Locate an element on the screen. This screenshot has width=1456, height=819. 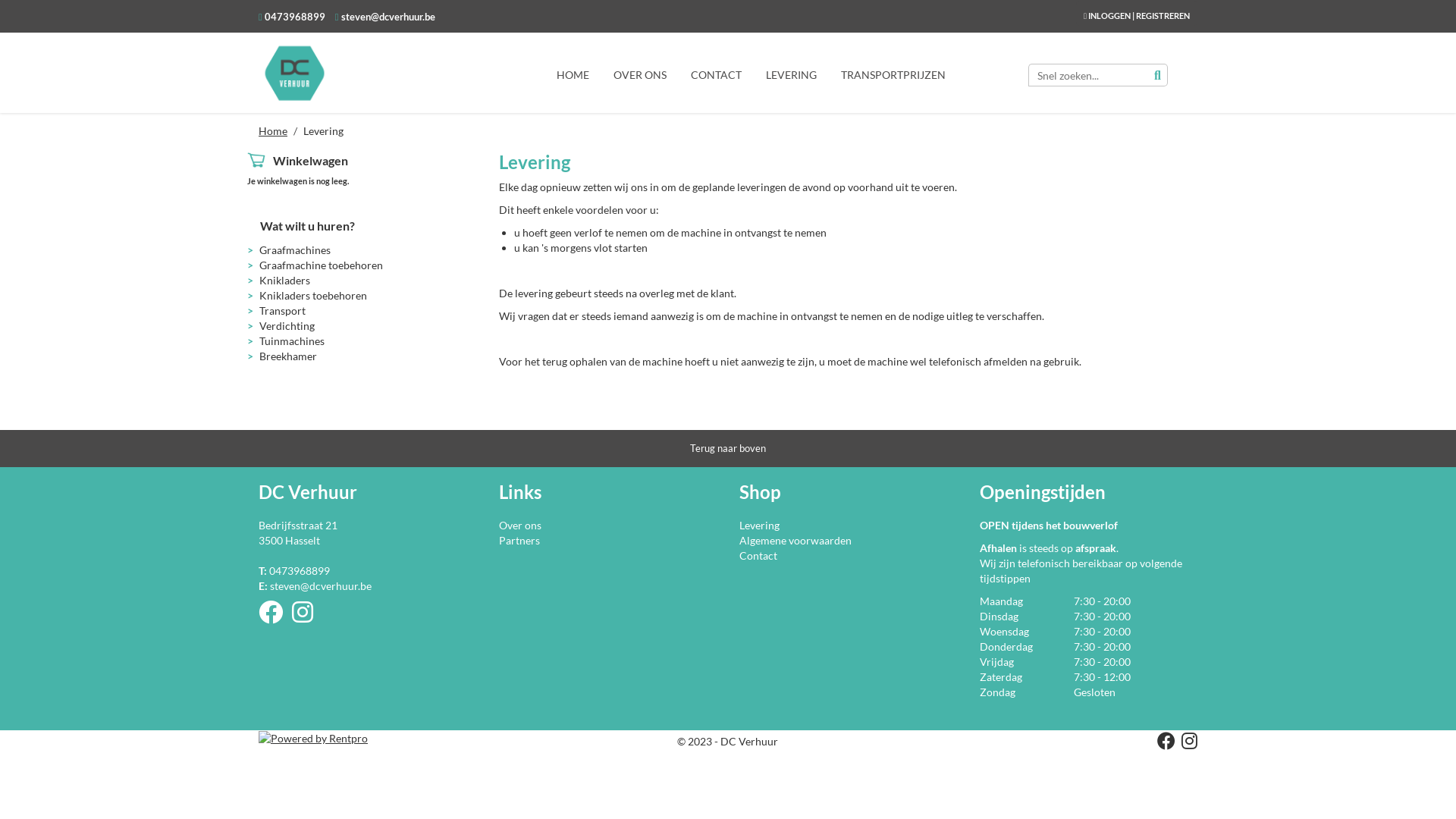
'OVER ONS' is located at coordinates (640, 74).